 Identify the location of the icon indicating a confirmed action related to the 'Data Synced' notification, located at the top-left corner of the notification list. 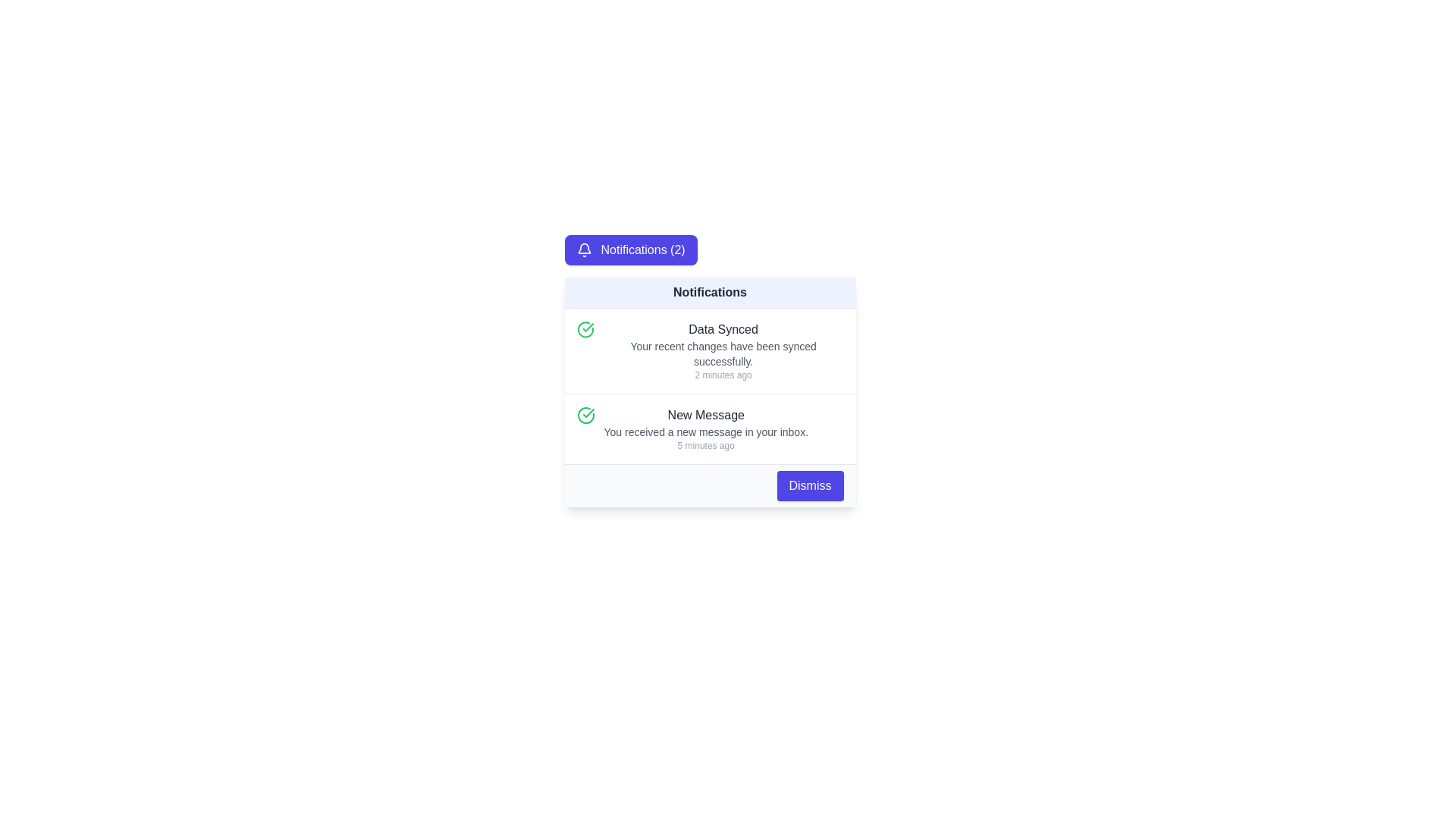
(585, 329).